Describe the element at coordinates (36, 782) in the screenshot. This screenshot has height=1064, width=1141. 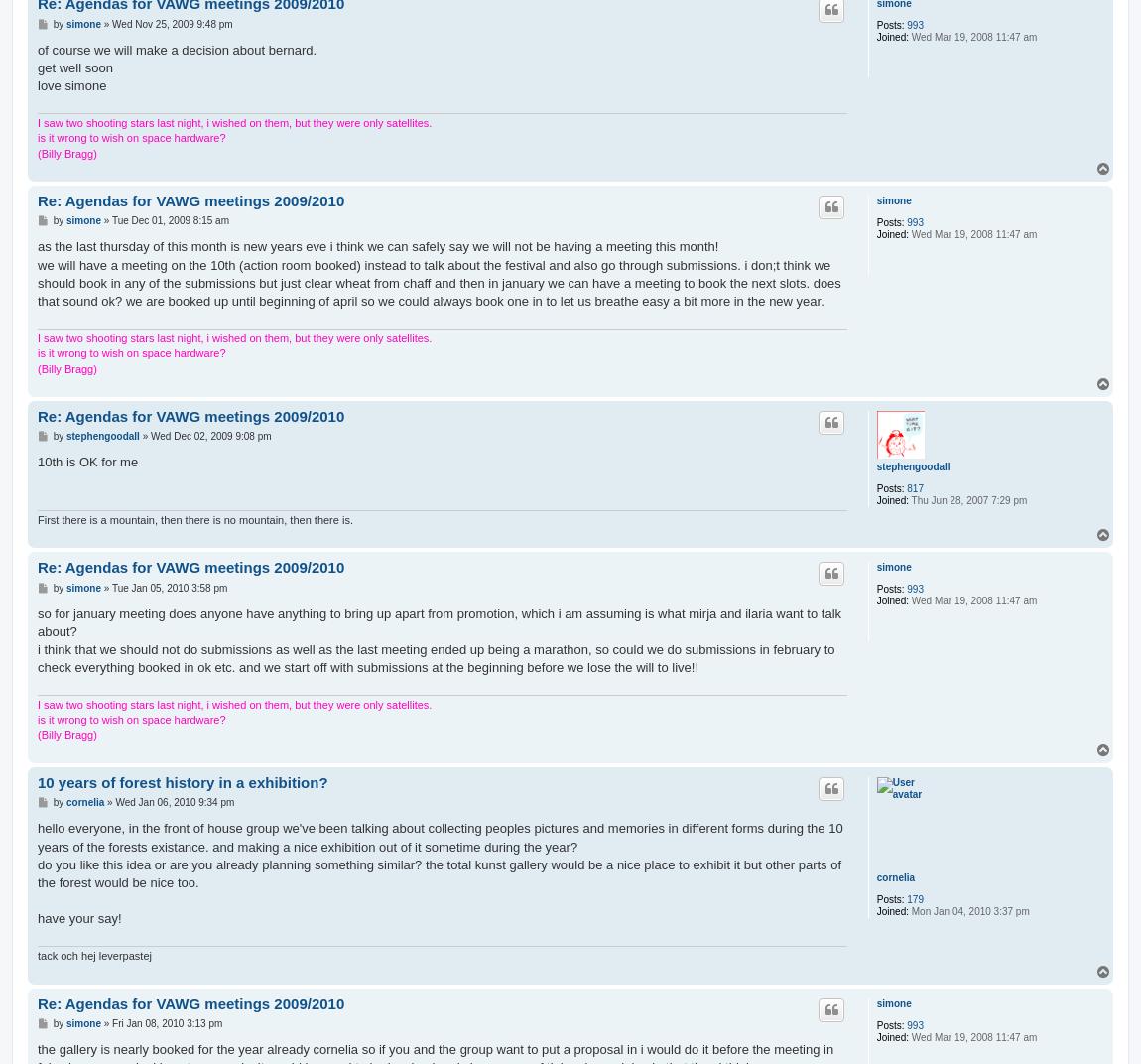
I see `'10 years of forest history in a exhibition?'` at that location.